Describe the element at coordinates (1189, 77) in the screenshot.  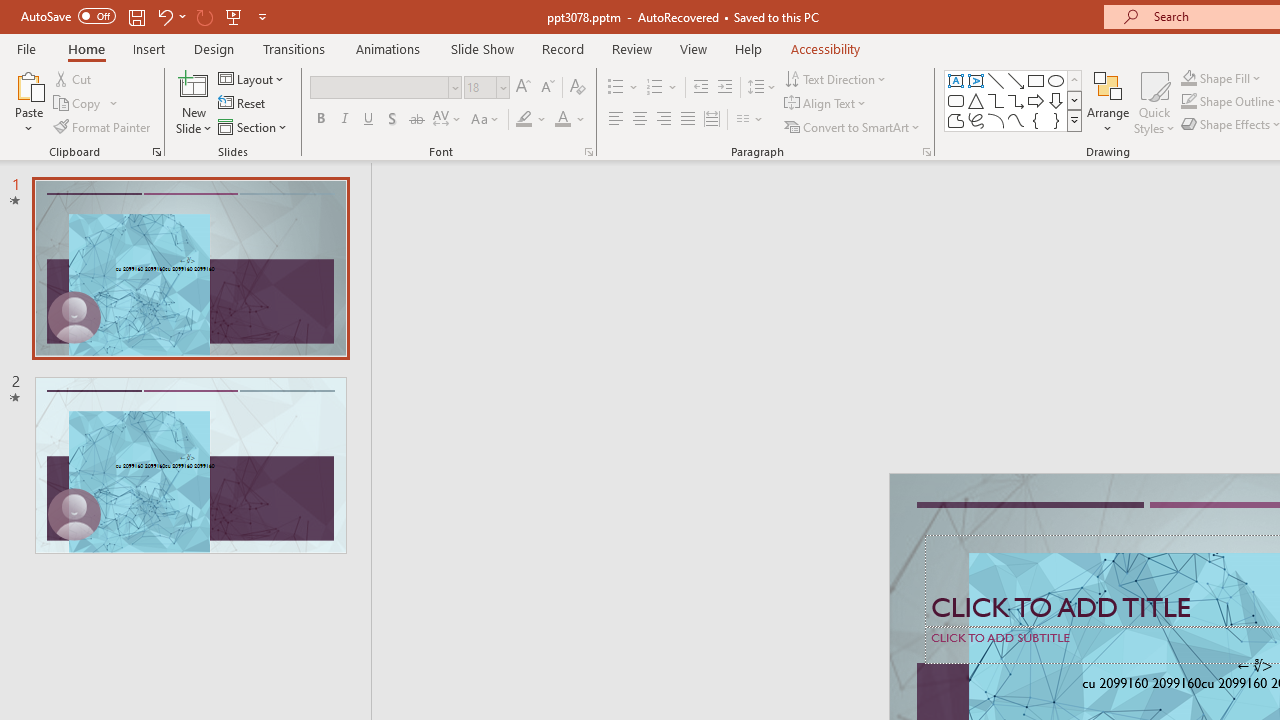
I see `'Shape Fill Dark Green, Accent 2'` at that location.